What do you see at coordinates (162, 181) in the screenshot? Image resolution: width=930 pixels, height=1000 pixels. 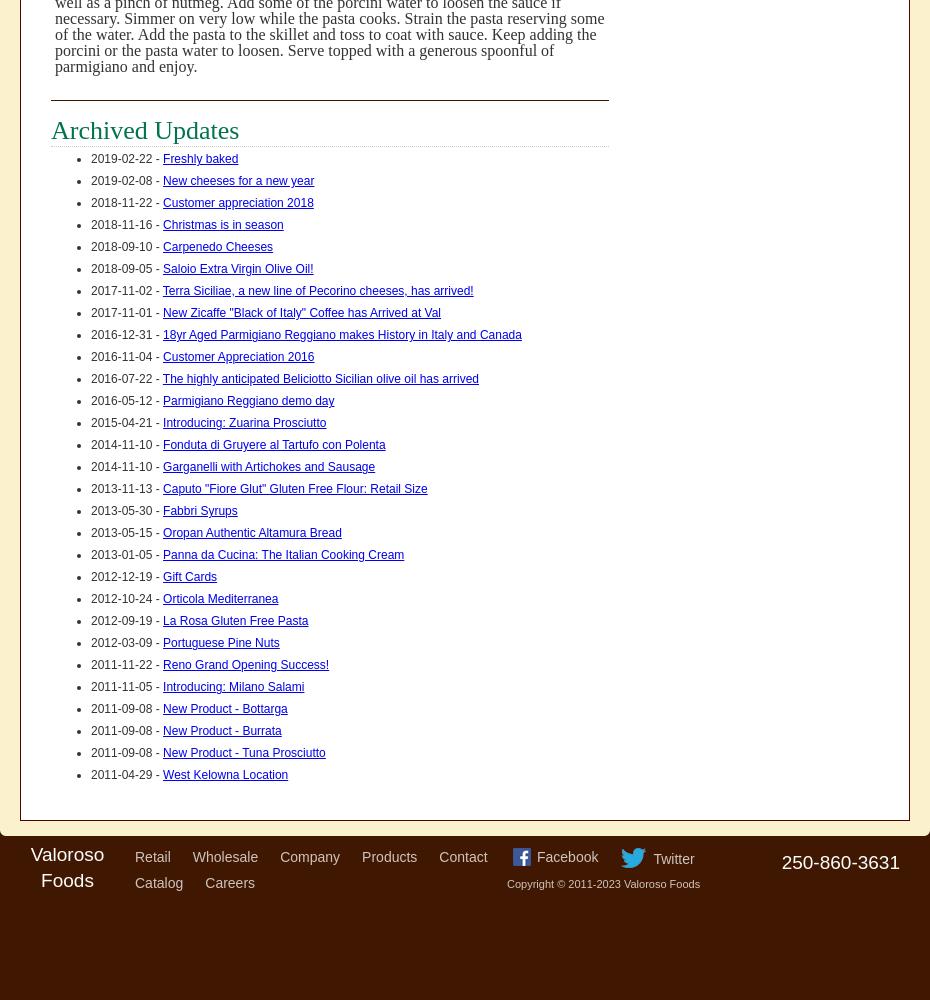 I see `'New cheeses for a new year'` at bounding box center [162, 181].